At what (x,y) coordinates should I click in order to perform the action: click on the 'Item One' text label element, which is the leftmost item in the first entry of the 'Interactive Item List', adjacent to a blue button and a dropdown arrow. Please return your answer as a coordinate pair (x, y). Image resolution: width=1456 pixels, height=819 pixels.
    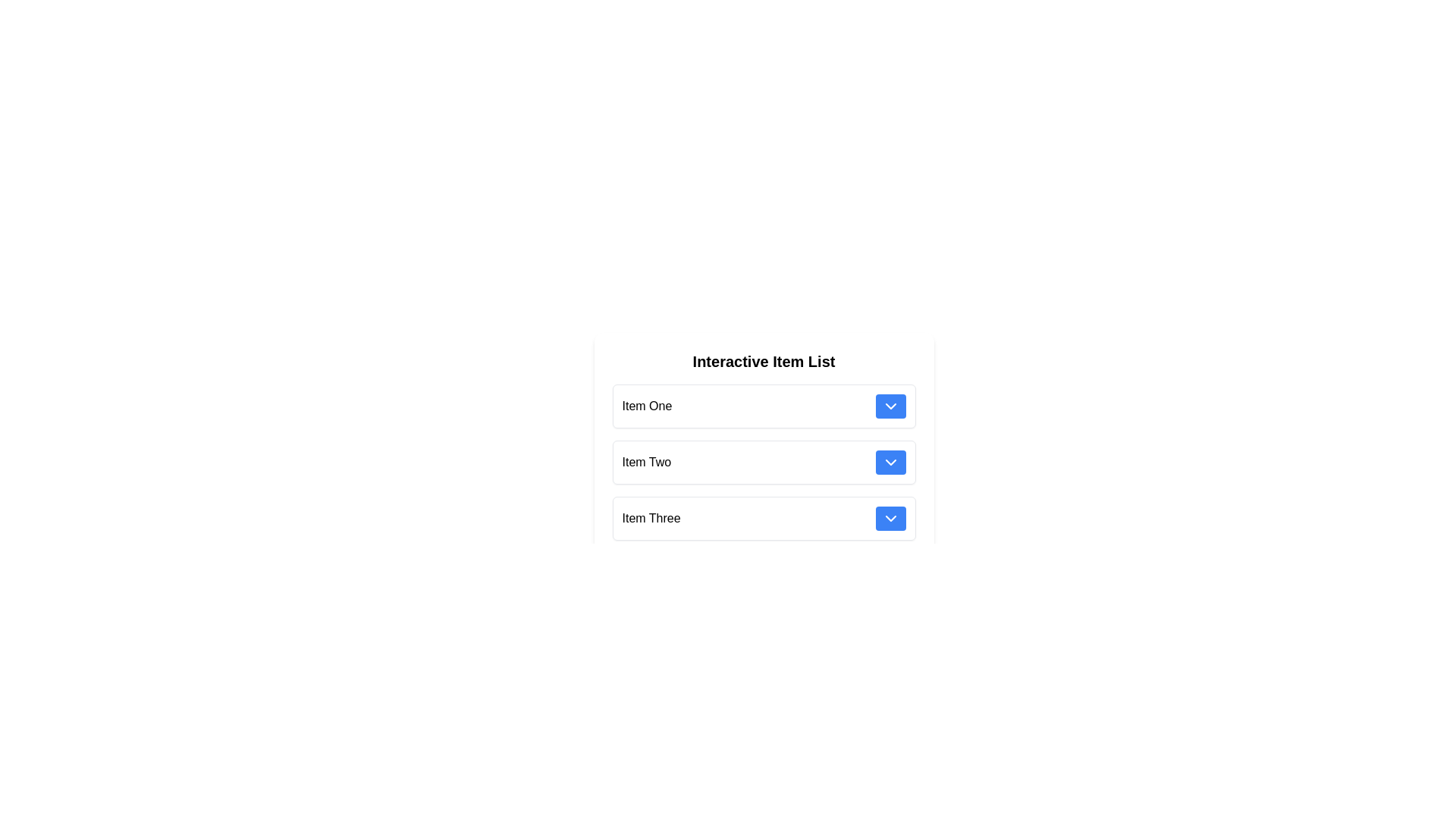
    Looking at the image, I should click on (647, 406).